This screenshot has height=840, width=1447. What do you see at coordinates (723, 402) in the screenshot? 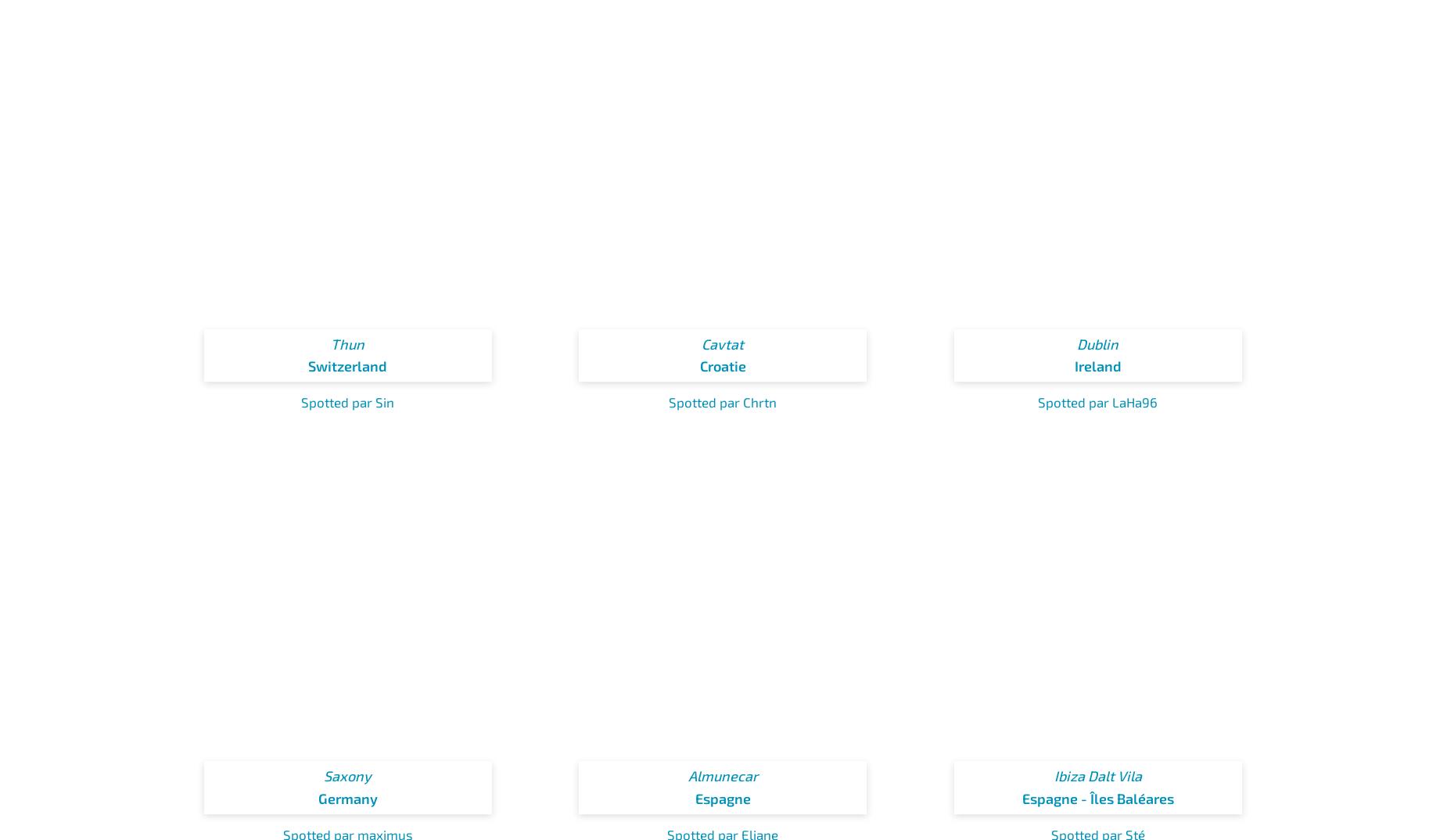
I see `'Spotted par Chrtn'` at bounding box center [723, 402].